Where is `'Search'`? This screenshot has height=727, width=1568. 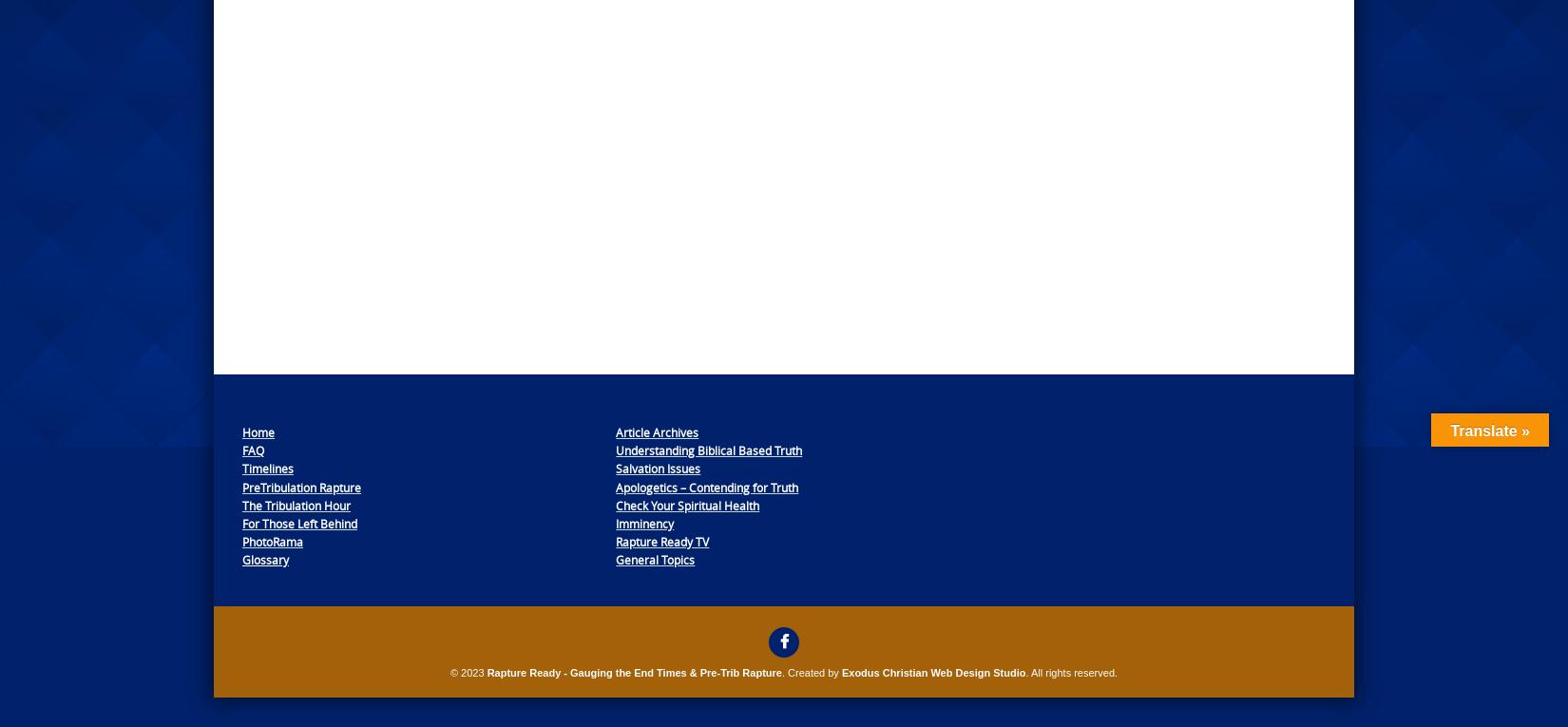 'Search' is located at coordinates (1021, 412).